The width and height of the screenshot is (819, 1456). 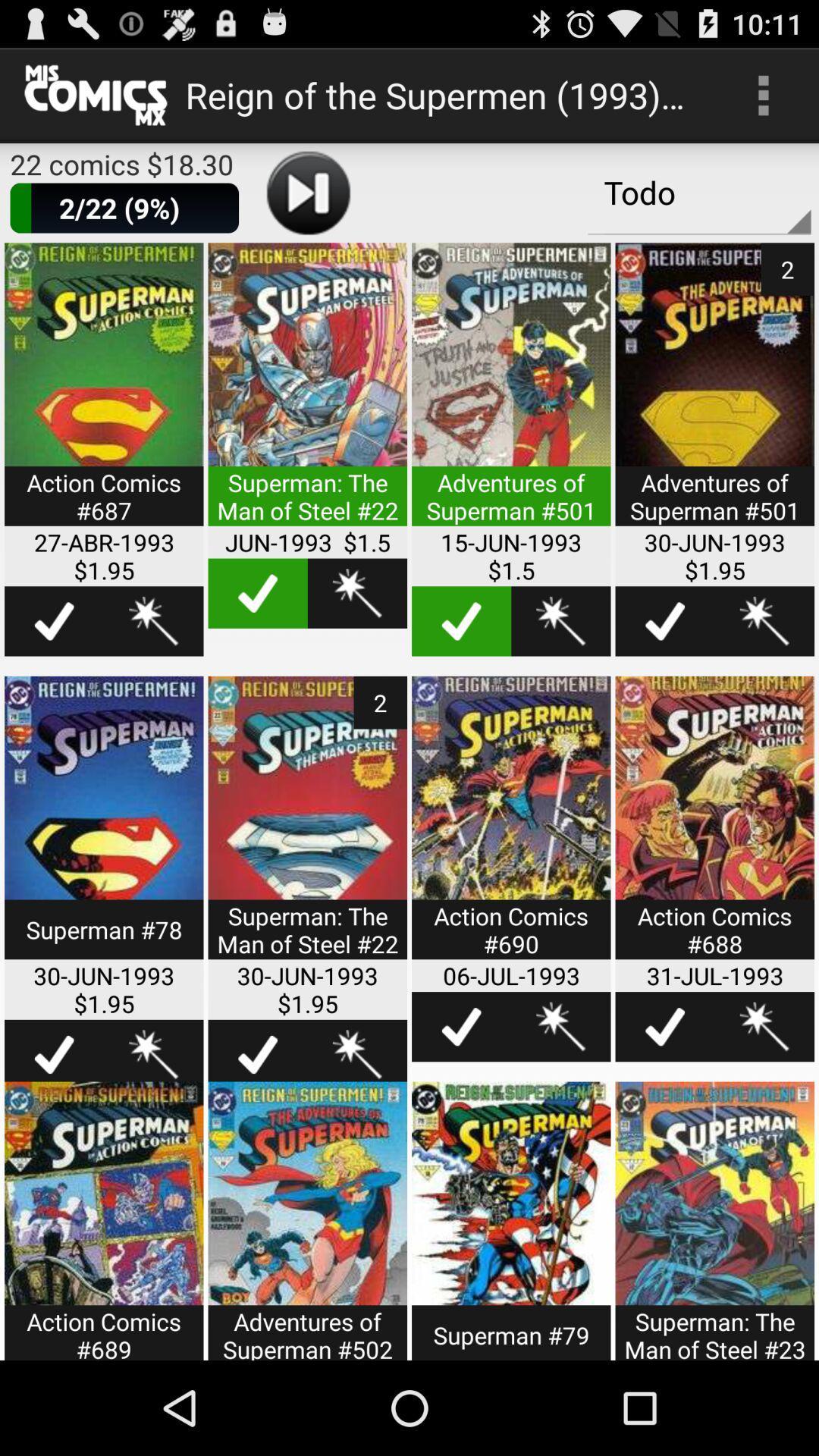 What do you see at coordinates (511, 394) in the screenshot?
I see `option` at bounding box center [511, 394].